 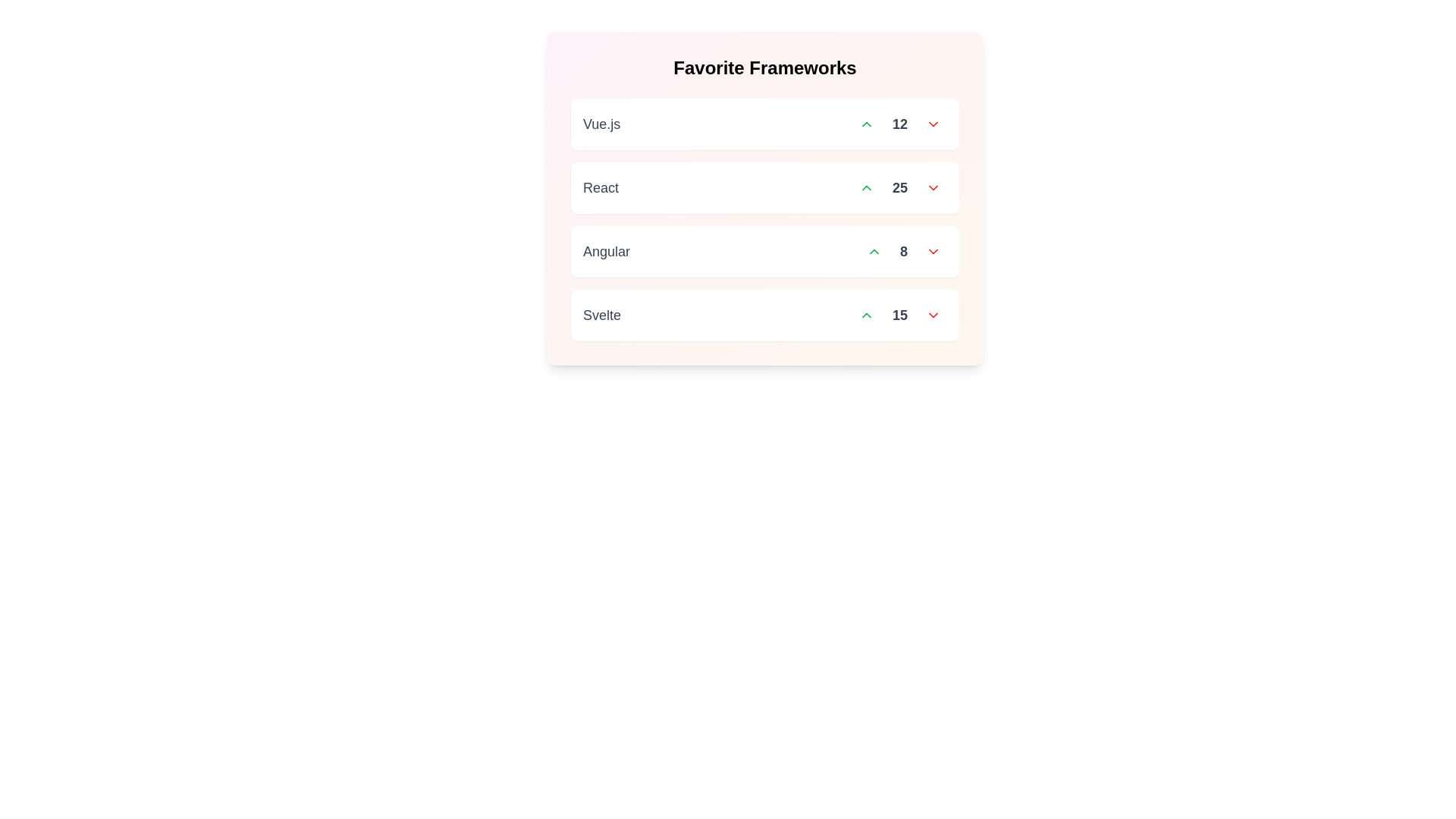 What do you see at coordinates (874, 250) in the screenshot?
I see `upvote button for the item Angular` at bounding box center [874, 250].